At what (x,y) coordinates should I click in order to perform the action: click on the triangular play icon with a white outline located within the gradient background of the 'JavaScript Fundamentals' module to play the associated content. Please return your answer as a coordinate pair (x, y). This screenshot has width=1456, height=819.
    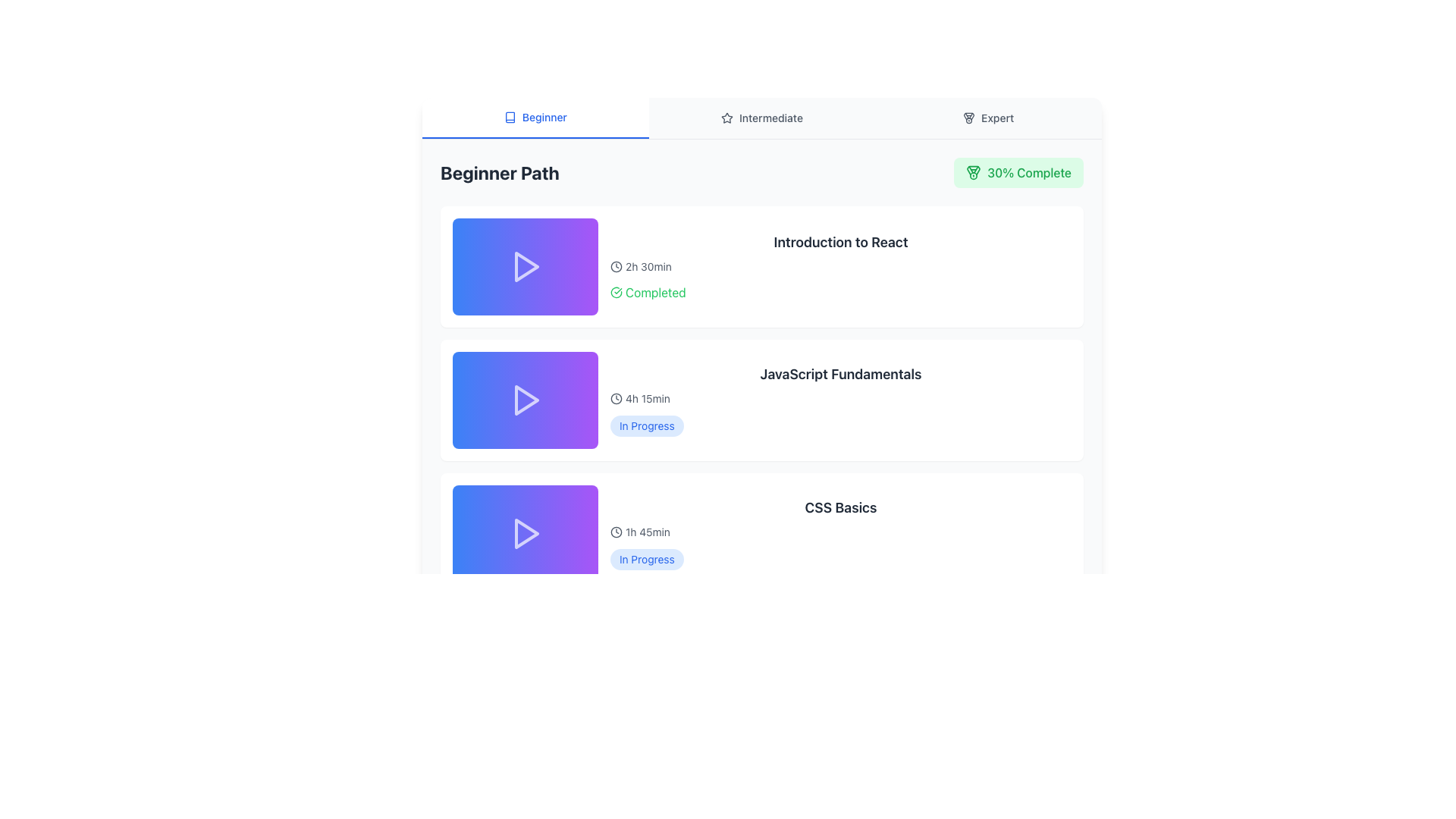
    Looking at the image, I should click on (525, 400).